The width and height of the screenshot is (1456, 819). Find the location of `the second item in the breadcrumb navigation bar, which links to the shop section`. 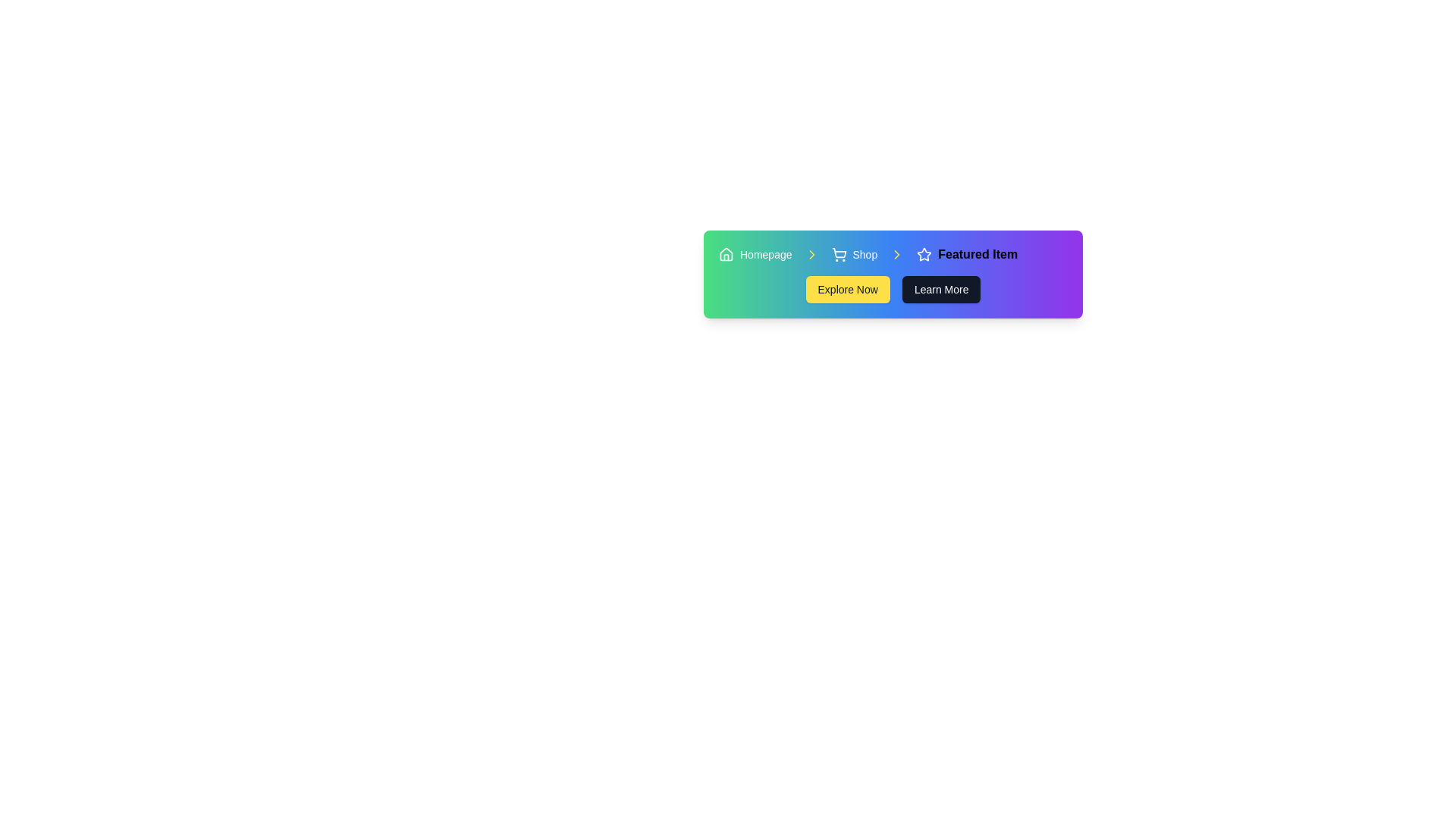

the second item in the breadcrumb navigation bar, which links to the shop section is located at coordinates (854, 253).